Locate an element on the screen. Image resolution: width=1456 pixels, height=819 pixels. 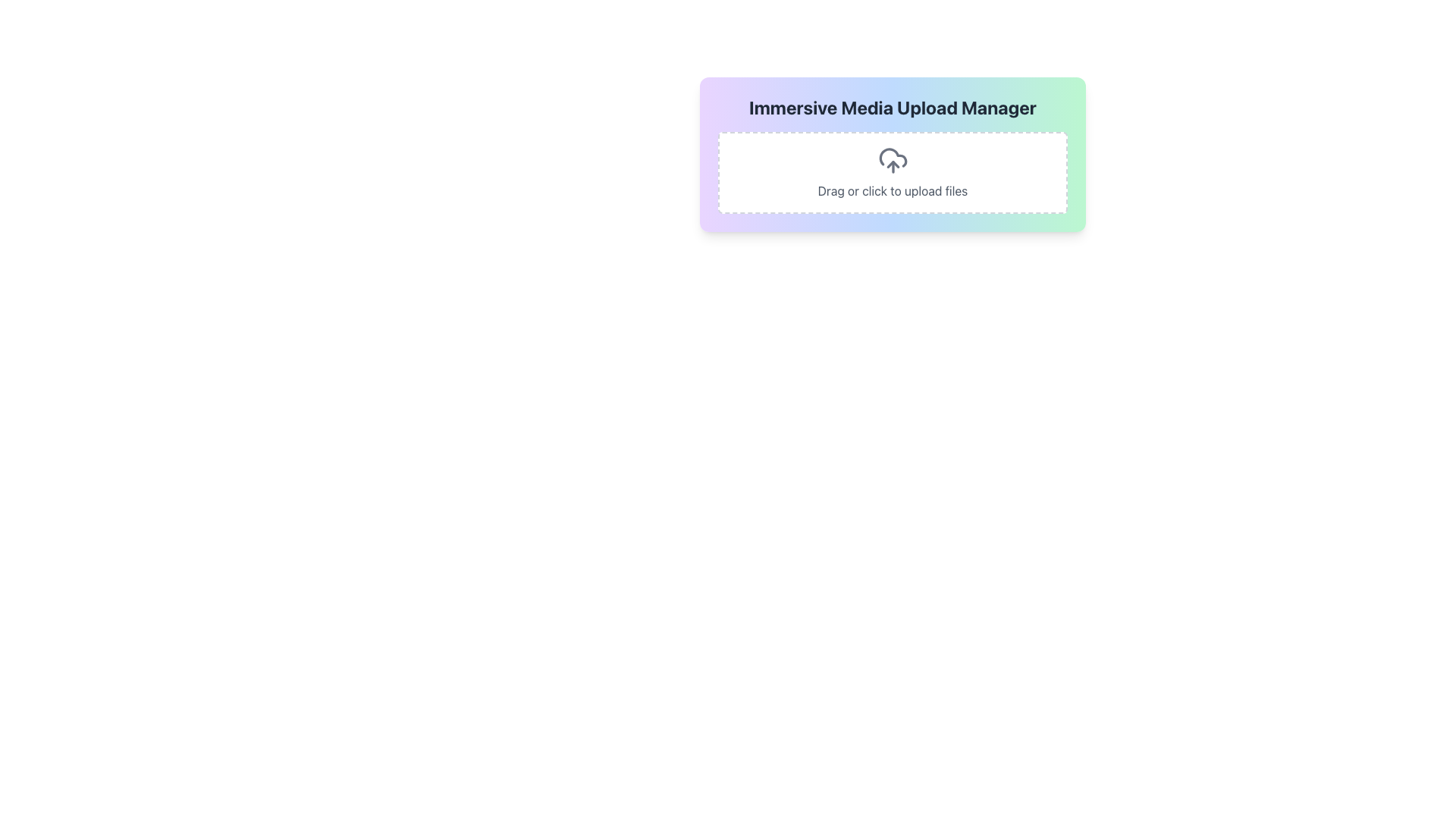
the text label that serves as the header for managing uploads of immersive media, positioned above the upload area is located at coordinates (893, 107).